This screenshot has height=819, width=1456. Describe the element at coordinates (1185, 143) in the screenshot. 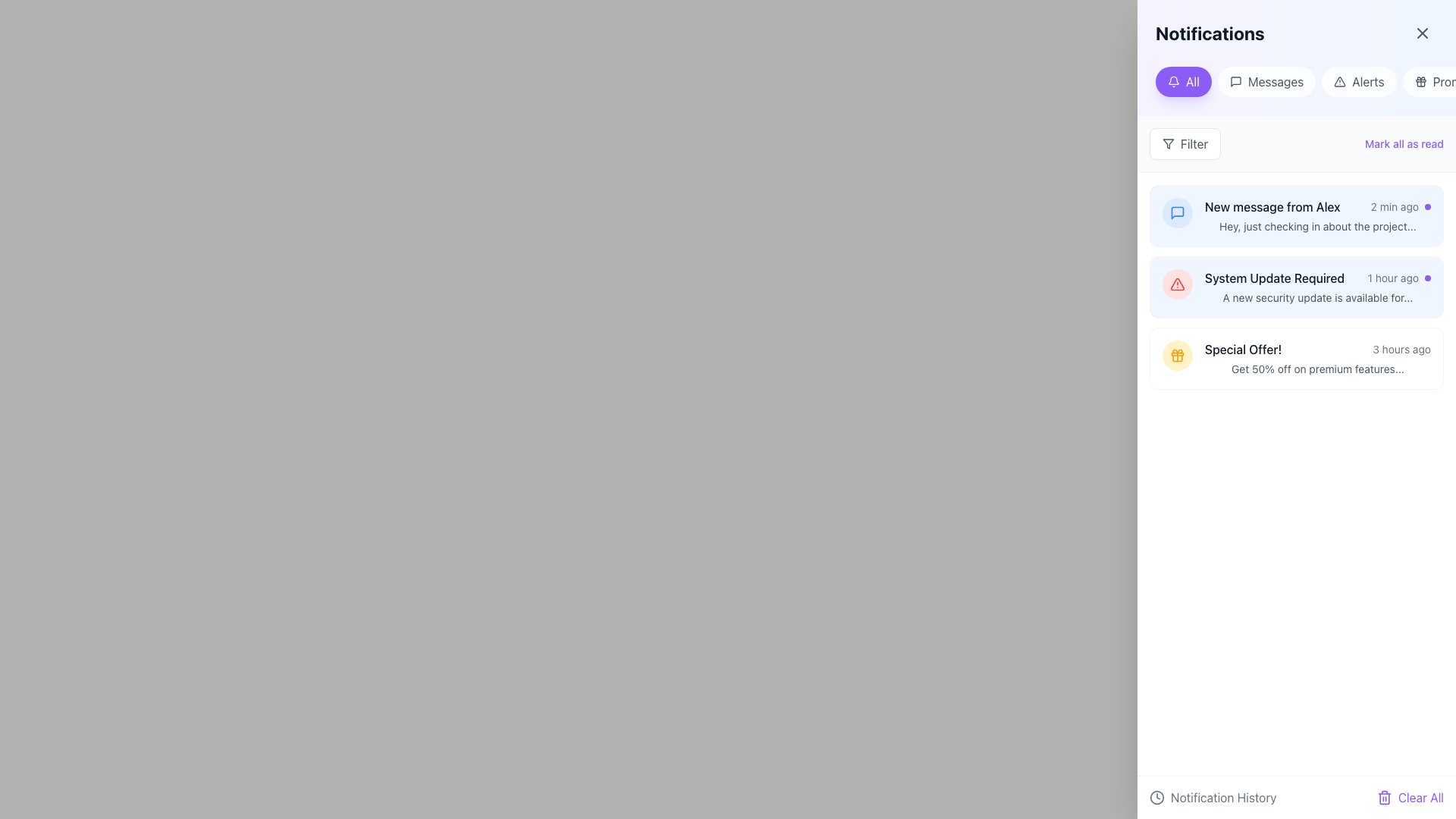

I see `the filter button located to the left of the header row within the notification panel` at that location.